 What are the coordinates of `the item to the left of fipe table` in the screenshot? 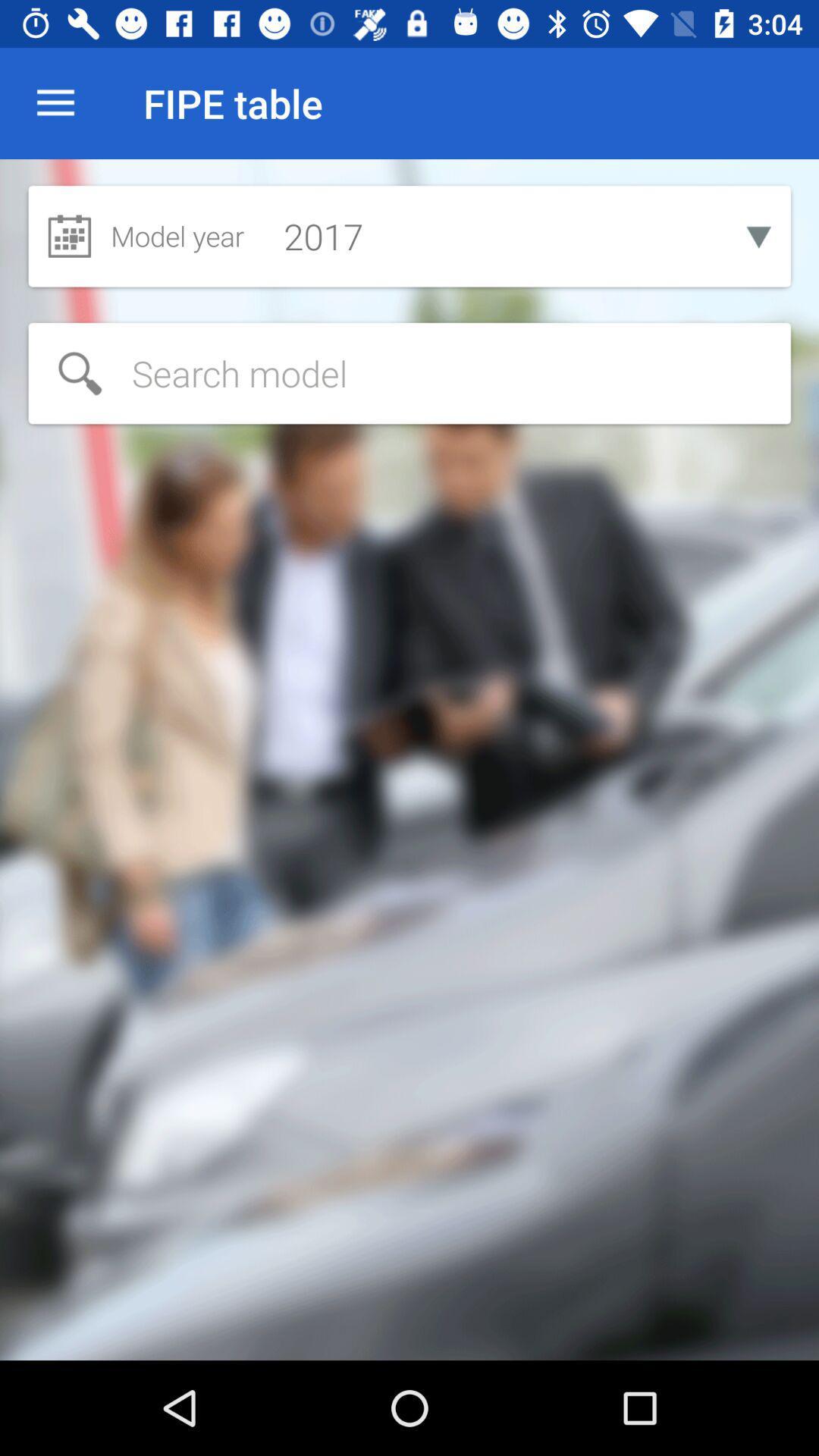 It's located at (55, 102).